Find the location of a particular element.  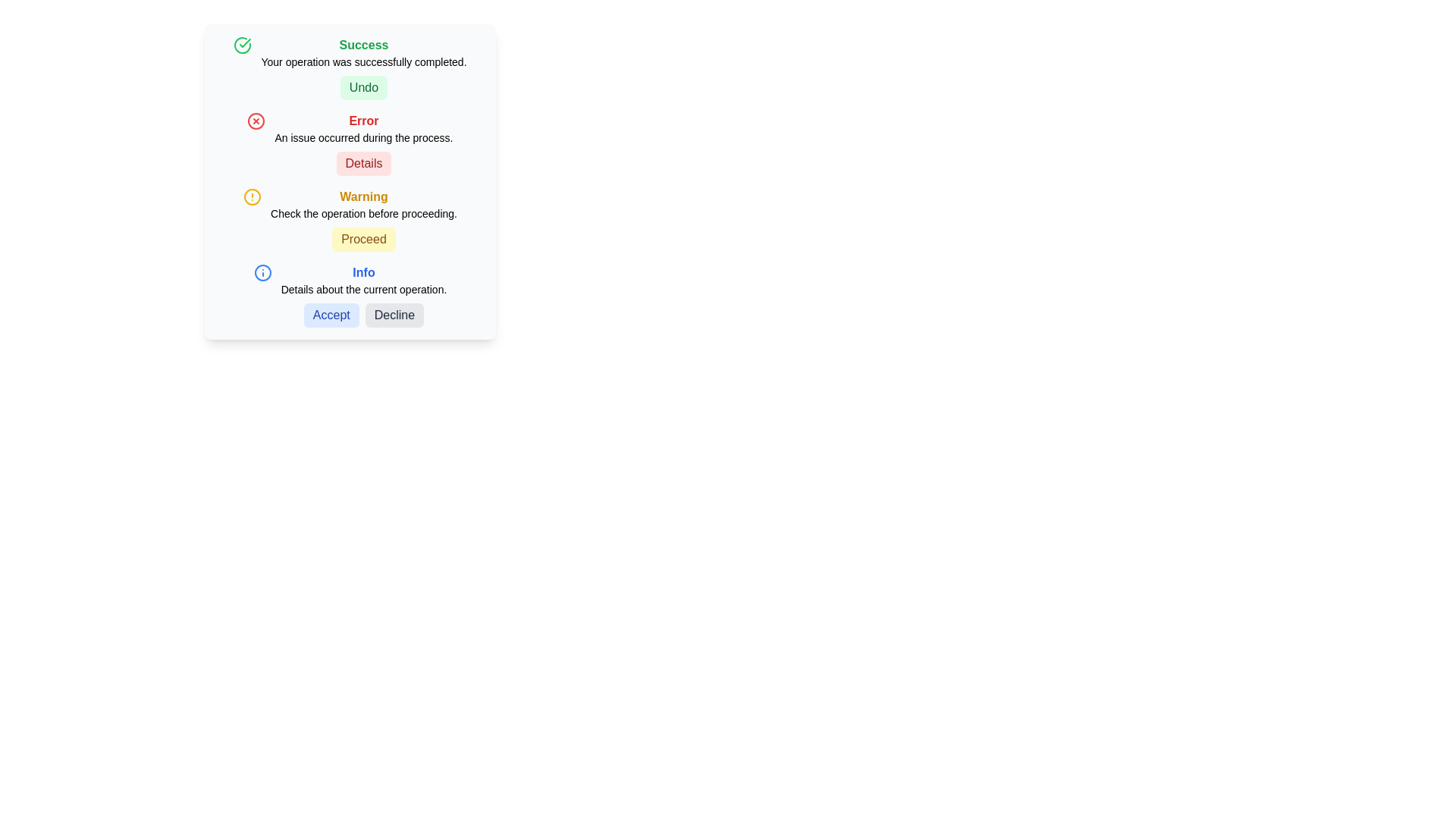

the buttons in the informational section located below the 'Warning' section is located at coordinates (364, 295).